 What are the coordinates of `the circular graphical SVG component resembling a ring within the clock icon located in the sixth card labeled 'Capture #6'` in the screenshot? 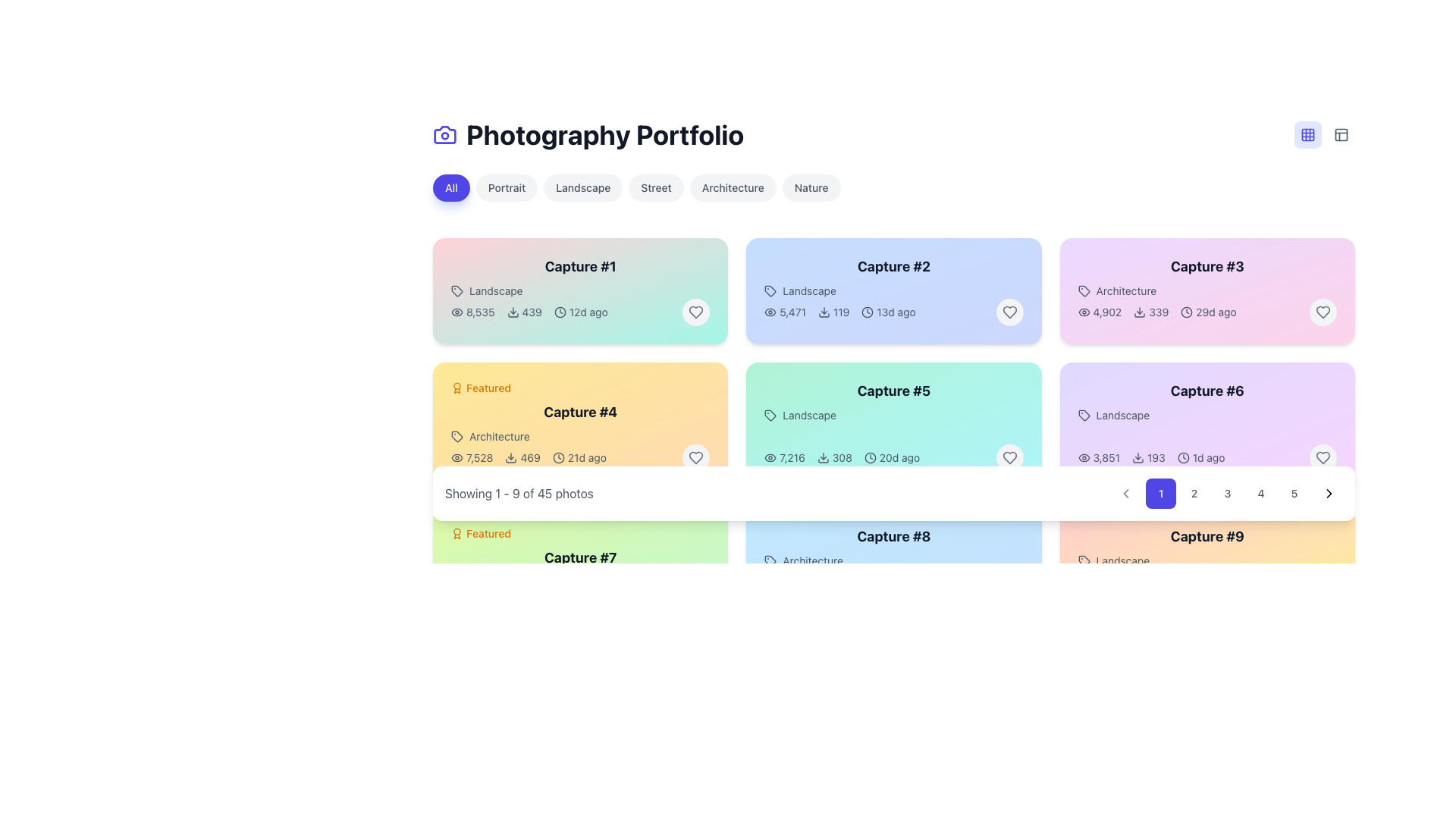 It's located at (1182, 457).